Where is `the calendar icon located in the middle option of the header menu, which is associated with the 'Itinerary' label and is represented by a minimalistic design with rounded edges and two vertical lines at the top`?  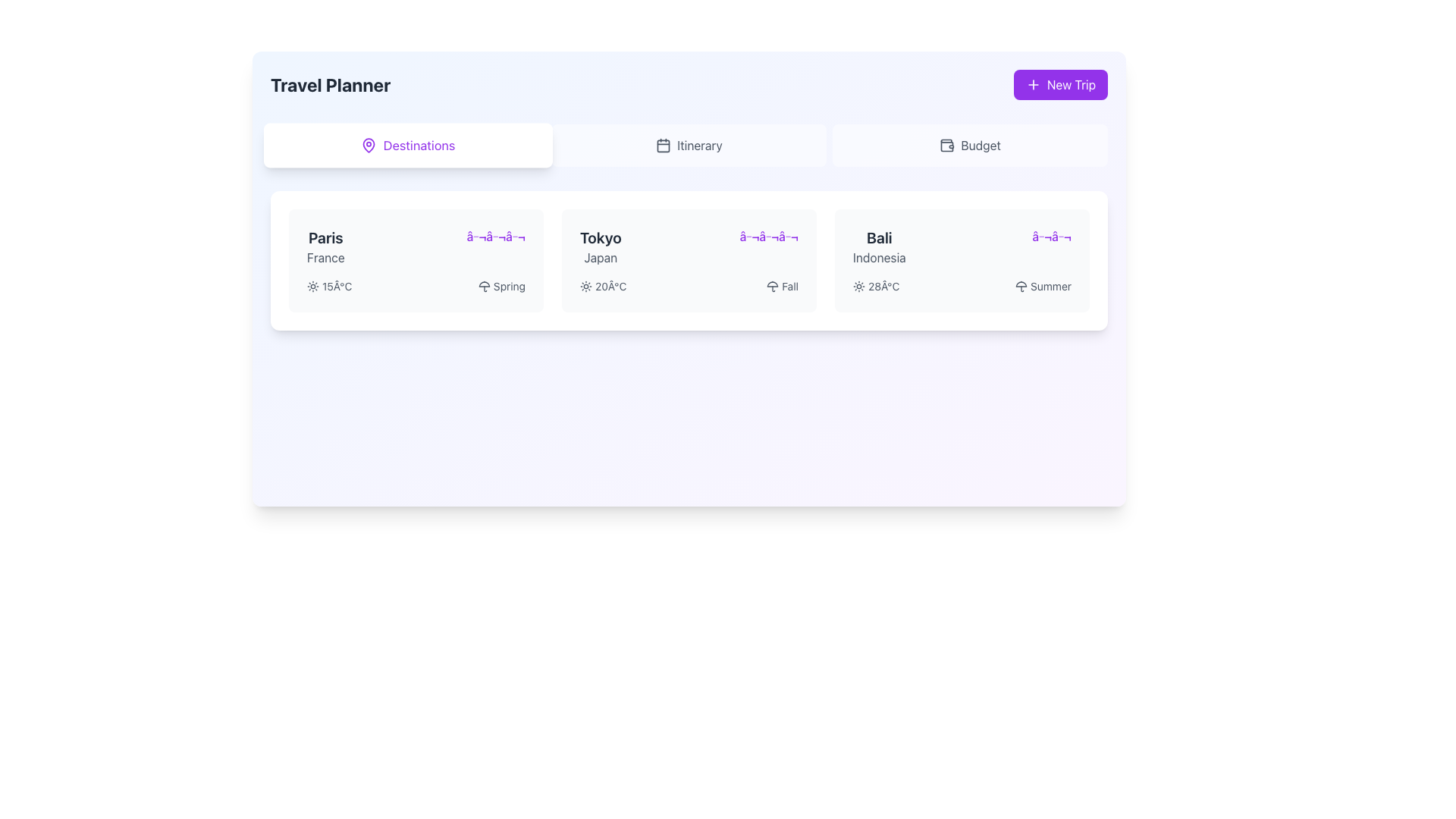
the calendar icon located in the middle option of the header menu, which is associated with the 'Itinerary' label and is represented by a minimalistic design with rounded edges and two vertical lines at the top is located at coordinates (663, 146).